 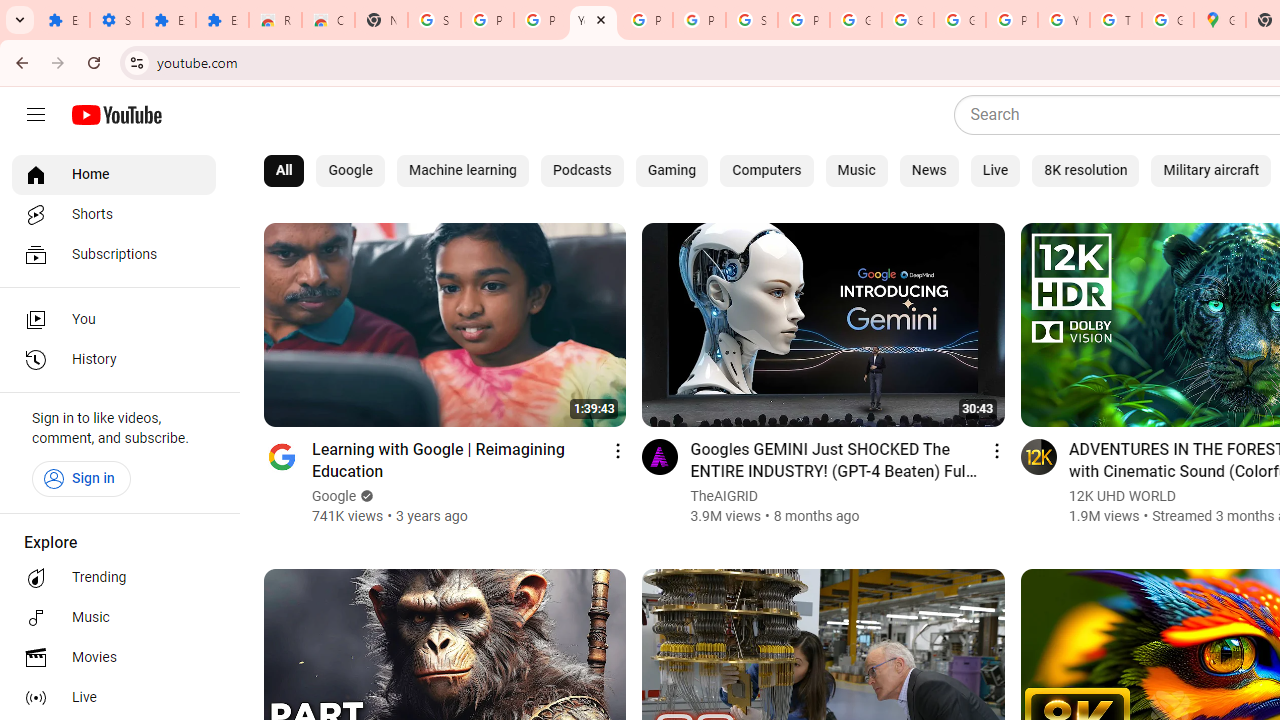 I want to click on 'Sign in', so click(x=80, y=478).